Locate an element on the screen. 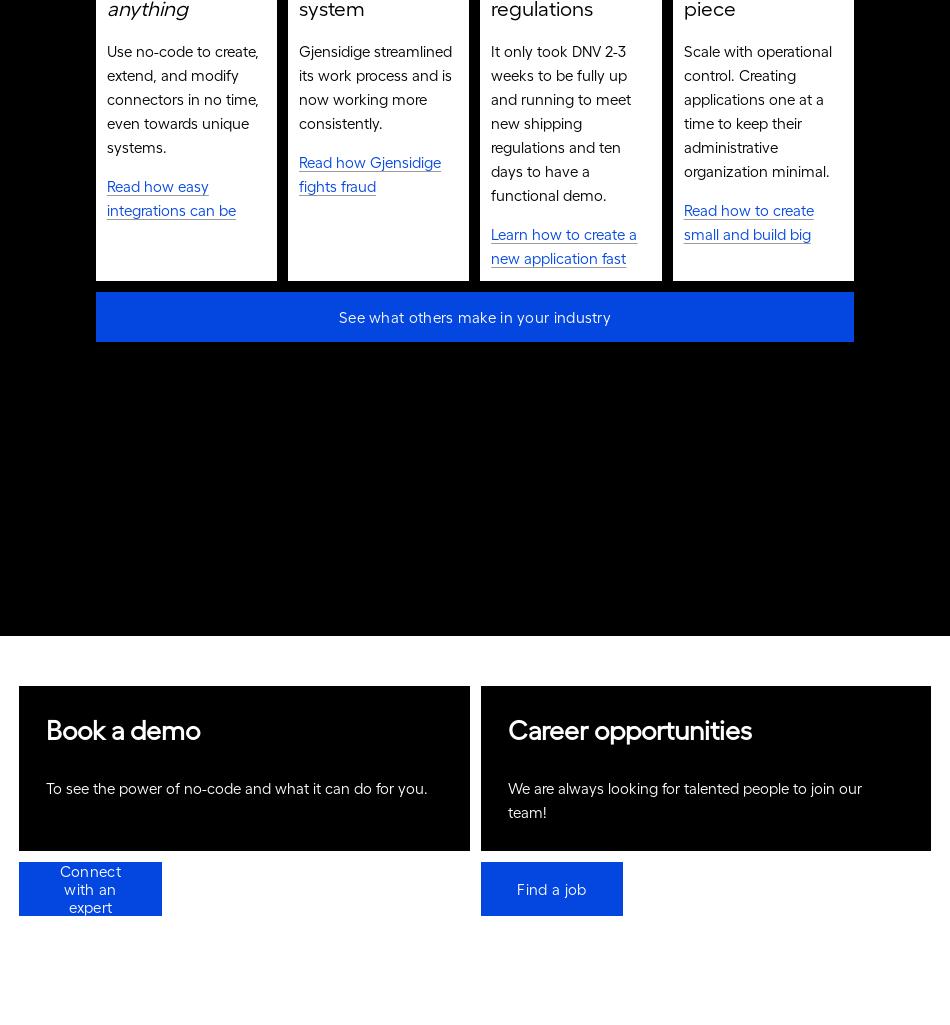  'Use no-code to create, extend, and modify connectors in no time, even towards unique systems.' is located at coordinates (106, 105).